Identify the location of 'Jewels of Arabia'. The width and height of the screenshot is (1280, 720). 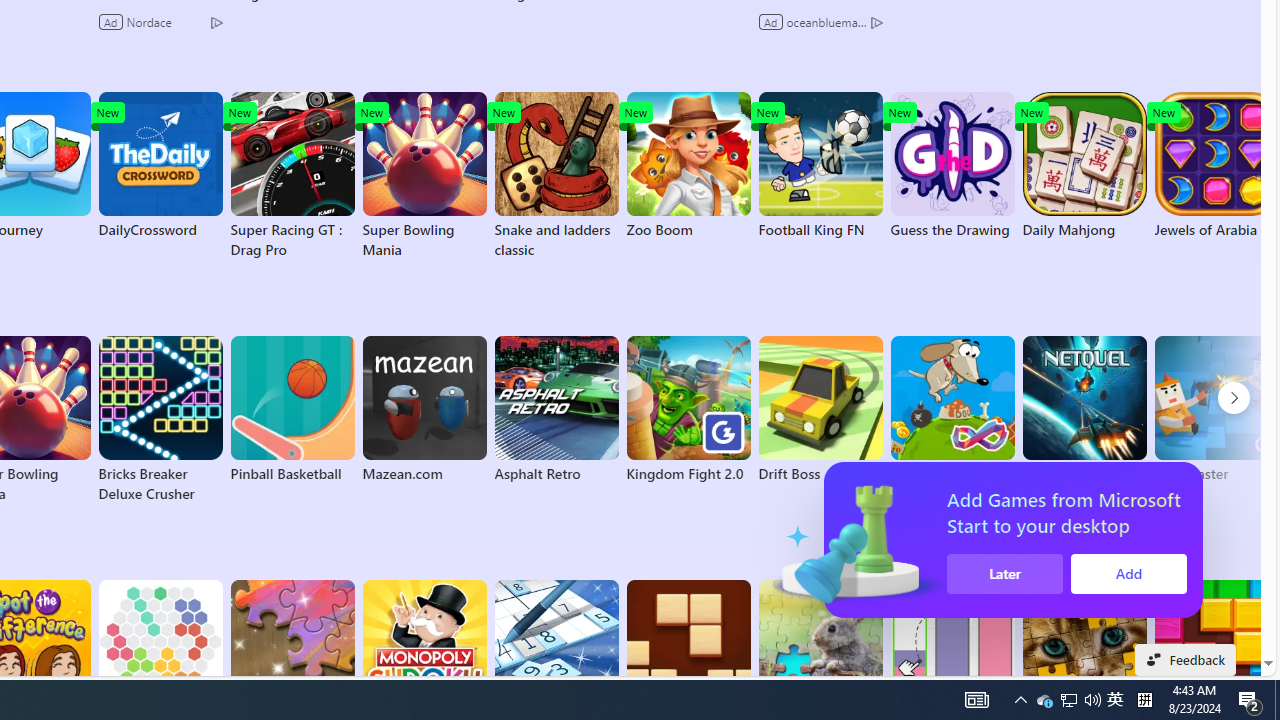
(1215, 164).